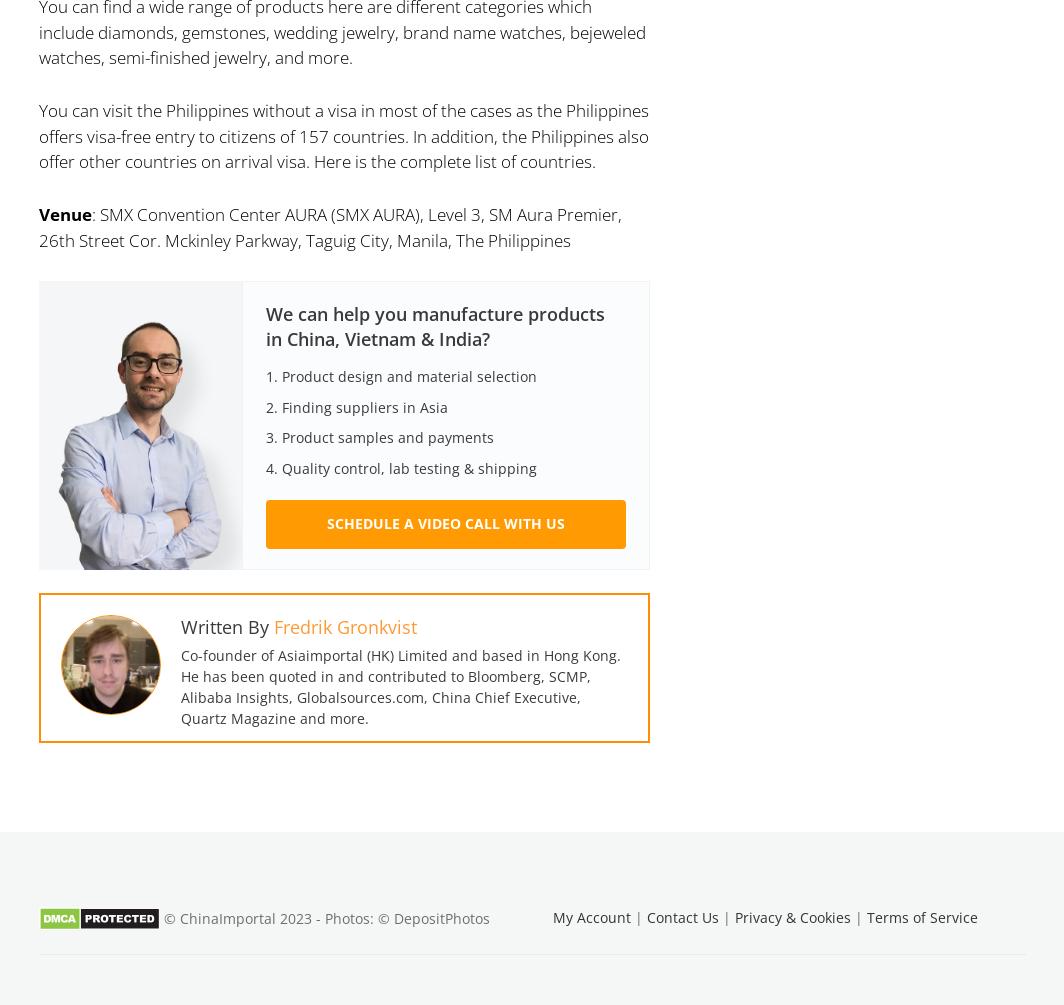 This screenshot has width=1064, height=1005. What do you see at coordinates (592, 916) in the screenshot?
I see `'My Account'` at bounding box center [592, 916].